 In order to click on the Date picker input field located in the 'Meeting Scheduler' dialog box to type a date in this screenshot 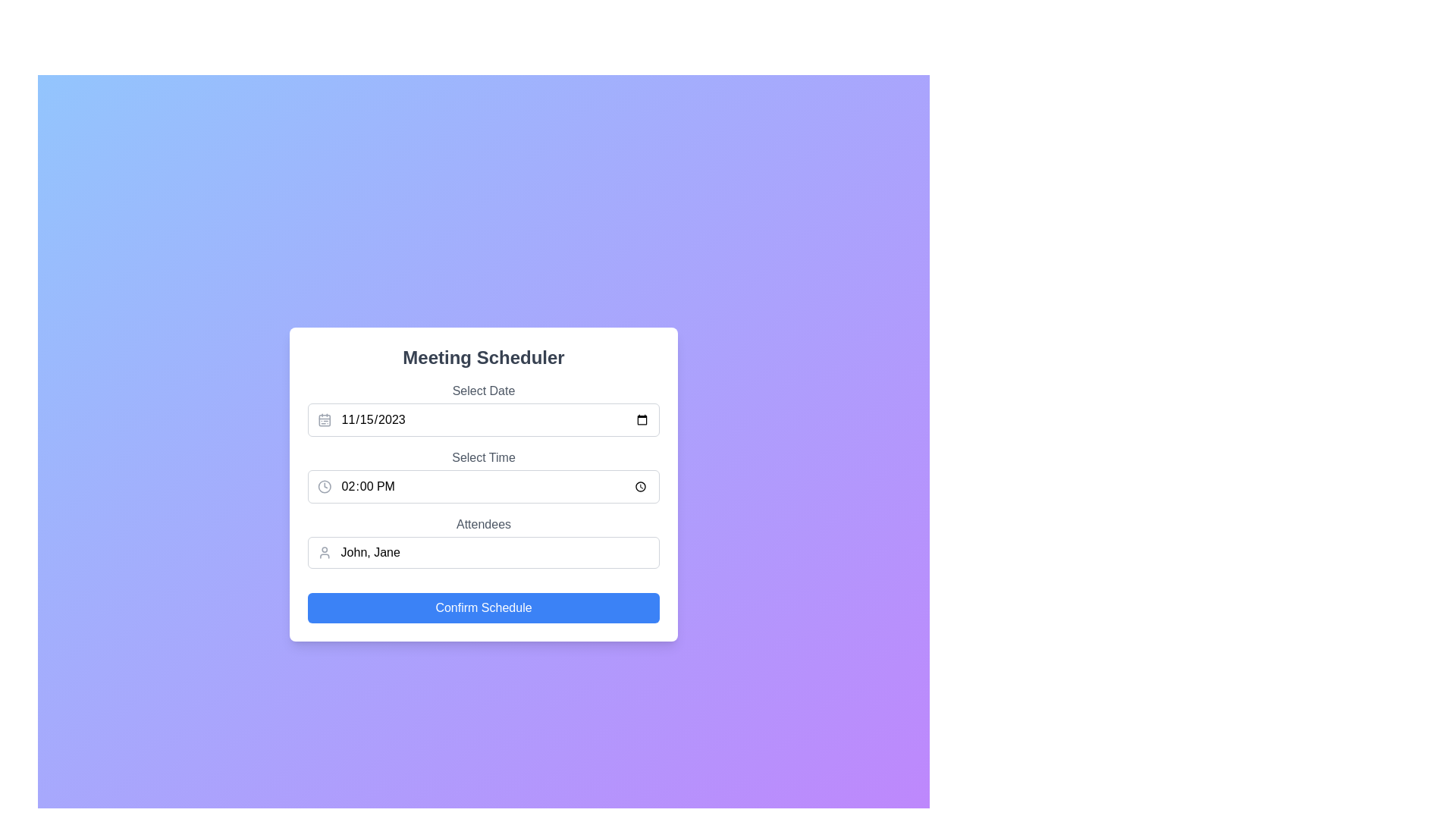, I will do `click(483, 409)`.